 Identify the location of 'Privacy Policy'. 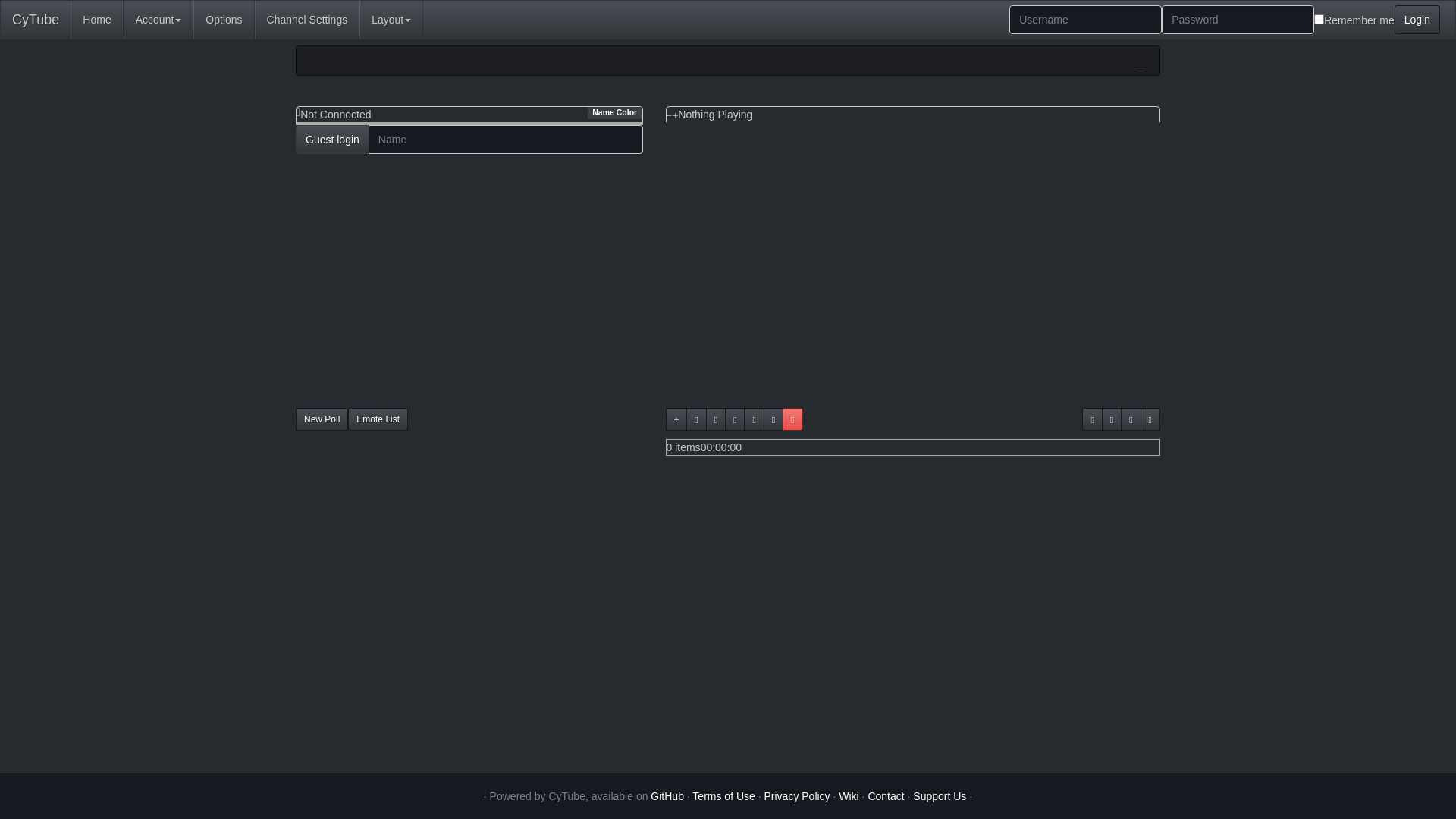
(764, 795).